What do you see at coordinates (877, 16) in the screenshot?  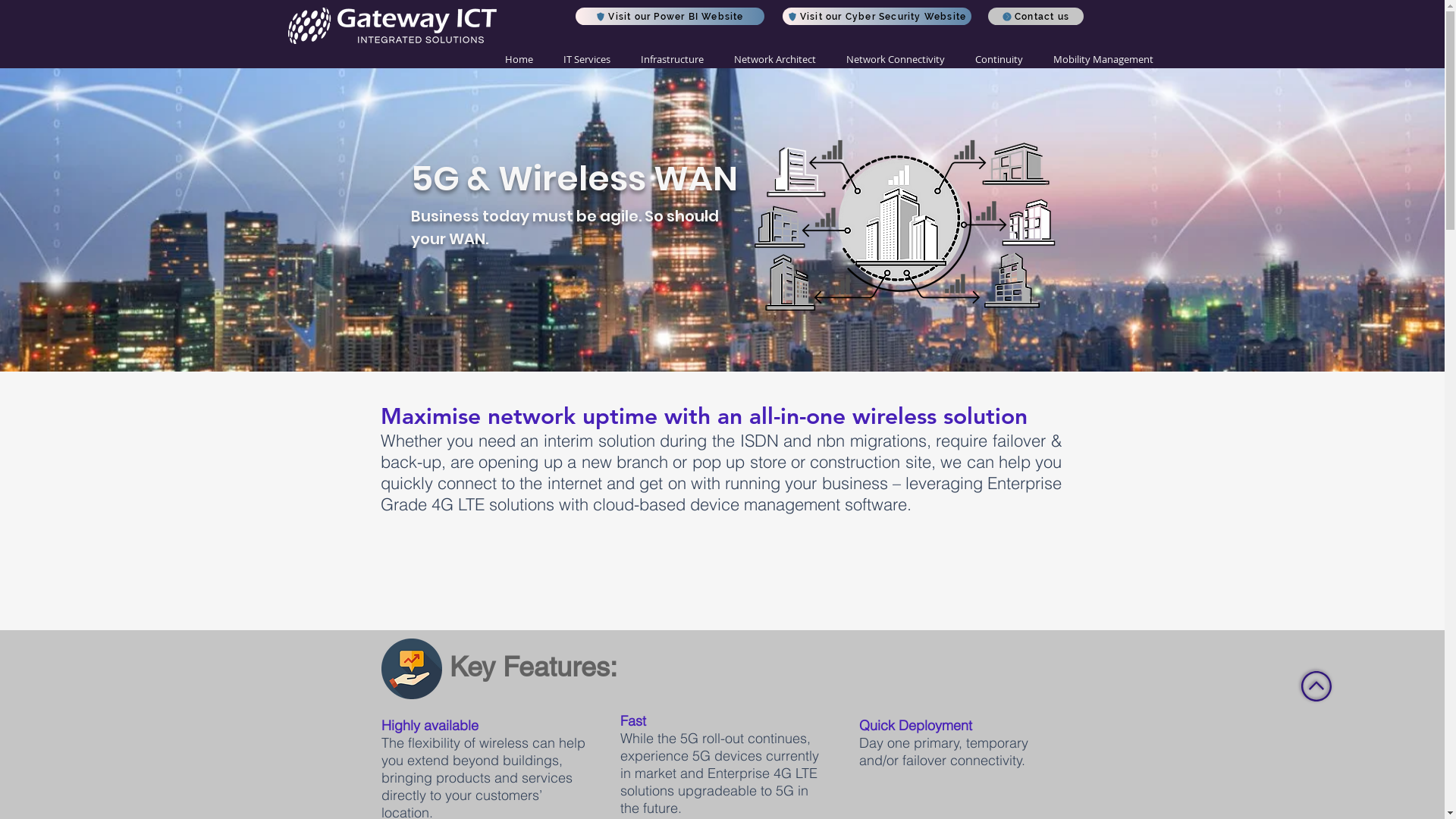 I see `'Visit our Cyber Security Website'` at bounding box center [877, 16].